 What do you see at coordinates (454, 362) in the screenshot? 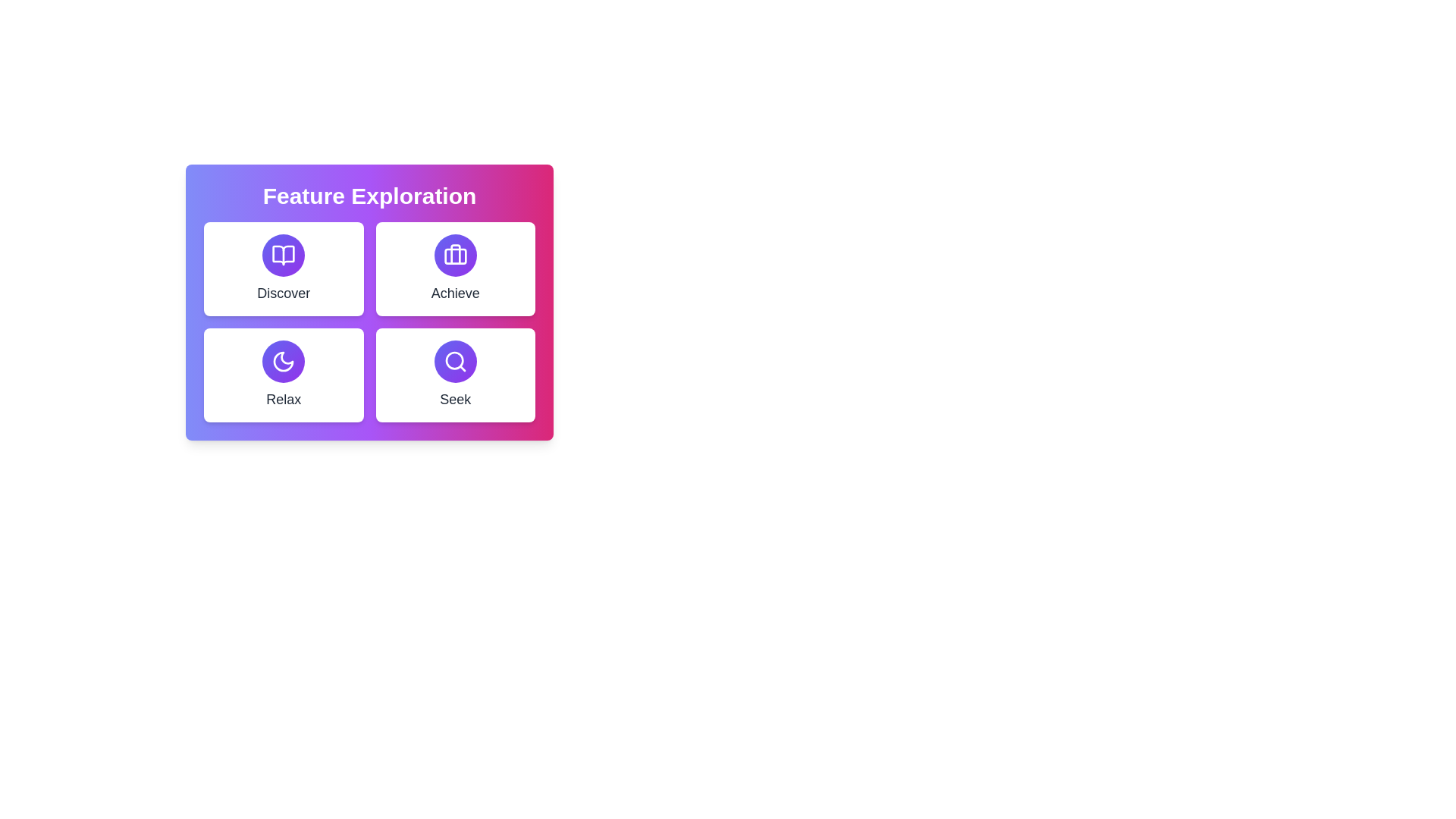
I see `the circular button with a gradient background and a white magnifying glass icon, located at the top of the 'Seek' section` at bounding box center [454, 362].